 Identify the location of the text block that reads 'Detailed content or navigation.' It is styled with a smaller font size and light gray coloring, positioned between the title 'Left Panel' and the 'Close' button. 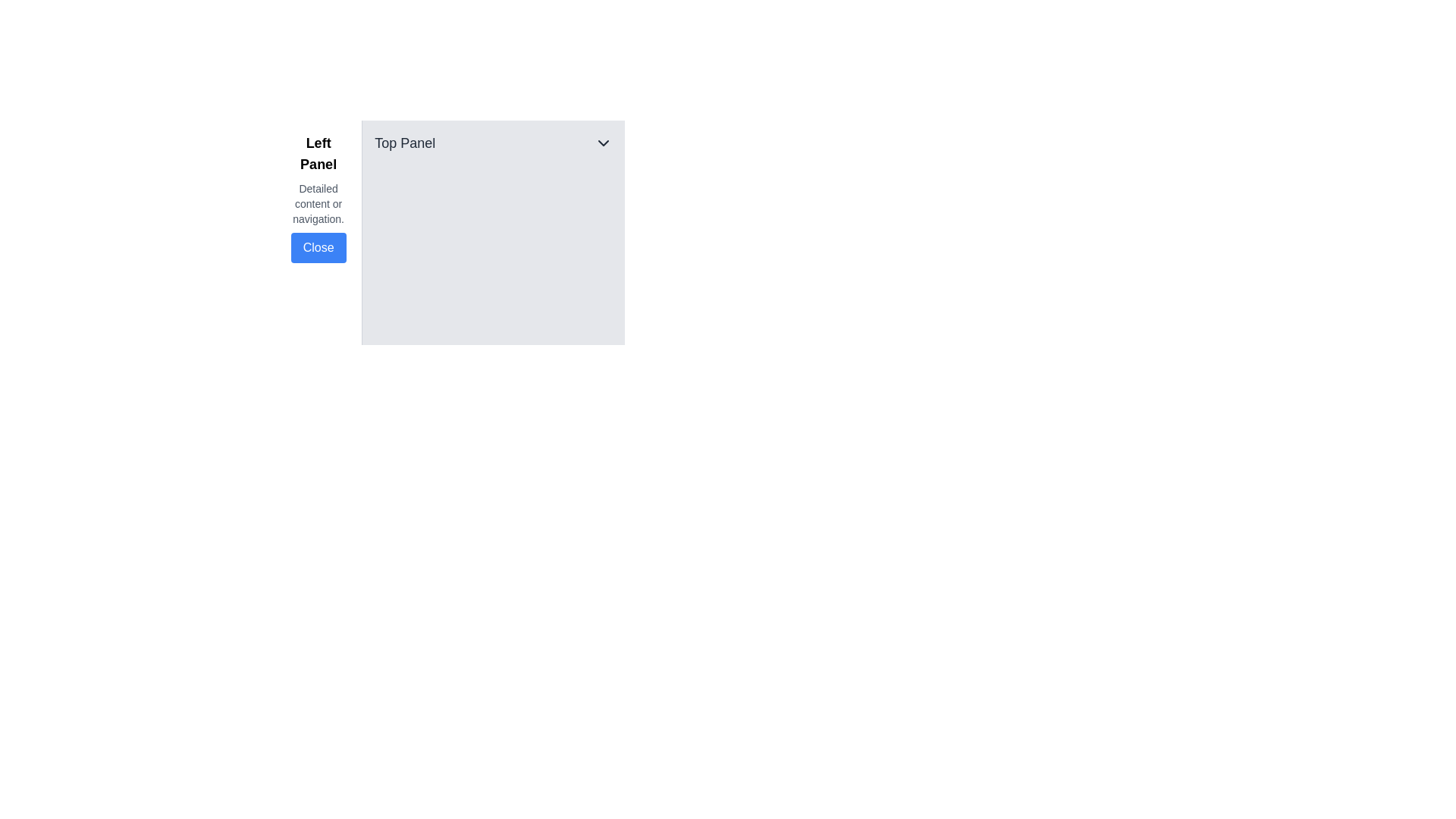
(318, 203).